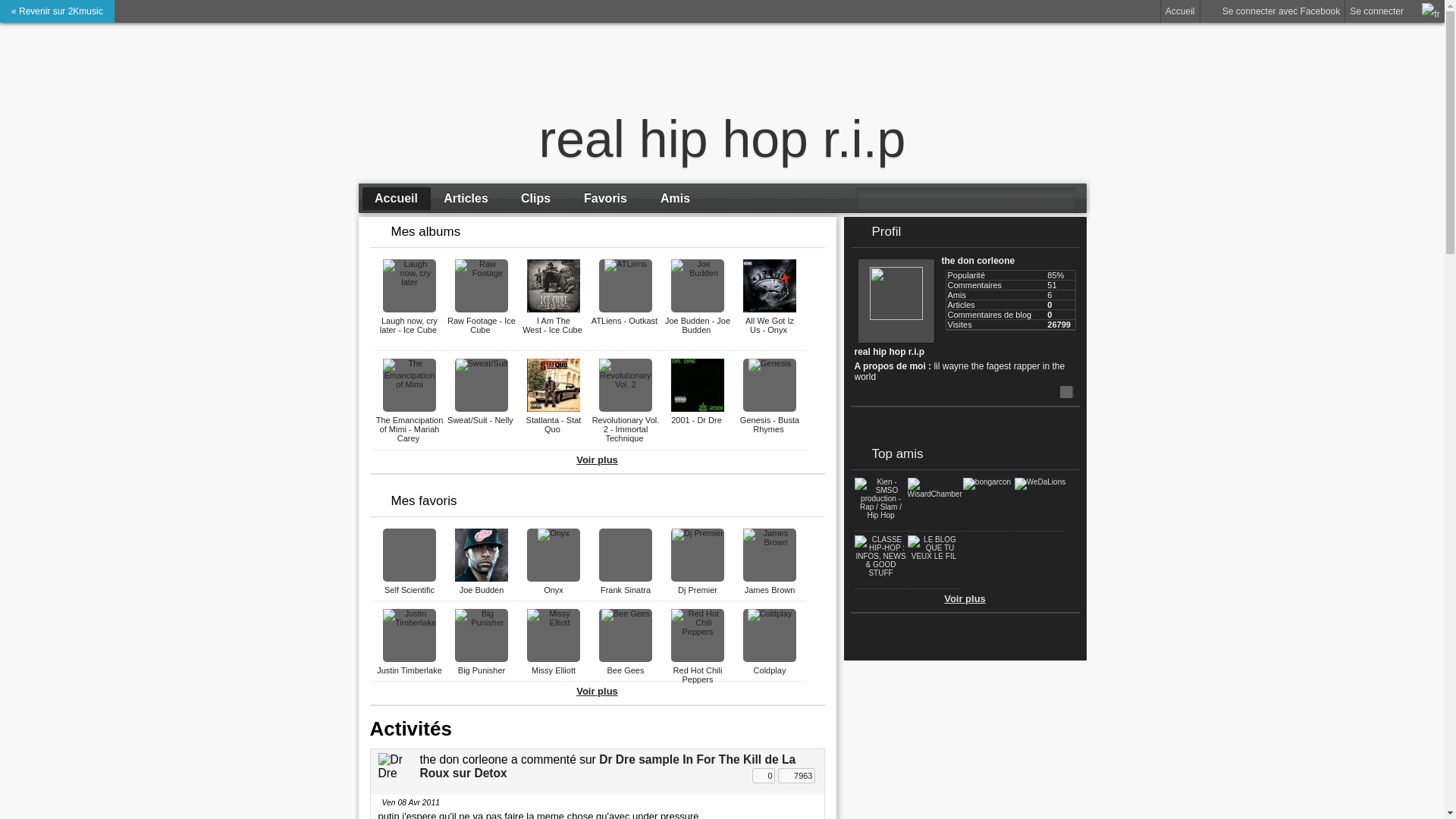 This screenshot has height=819, width=1456. What do you see at coordinates (607, 766) in the screenshot?
I see `'Dr Dre sample In For The Kill de La Roux sur Detox'` at bounding box center [607, 766].